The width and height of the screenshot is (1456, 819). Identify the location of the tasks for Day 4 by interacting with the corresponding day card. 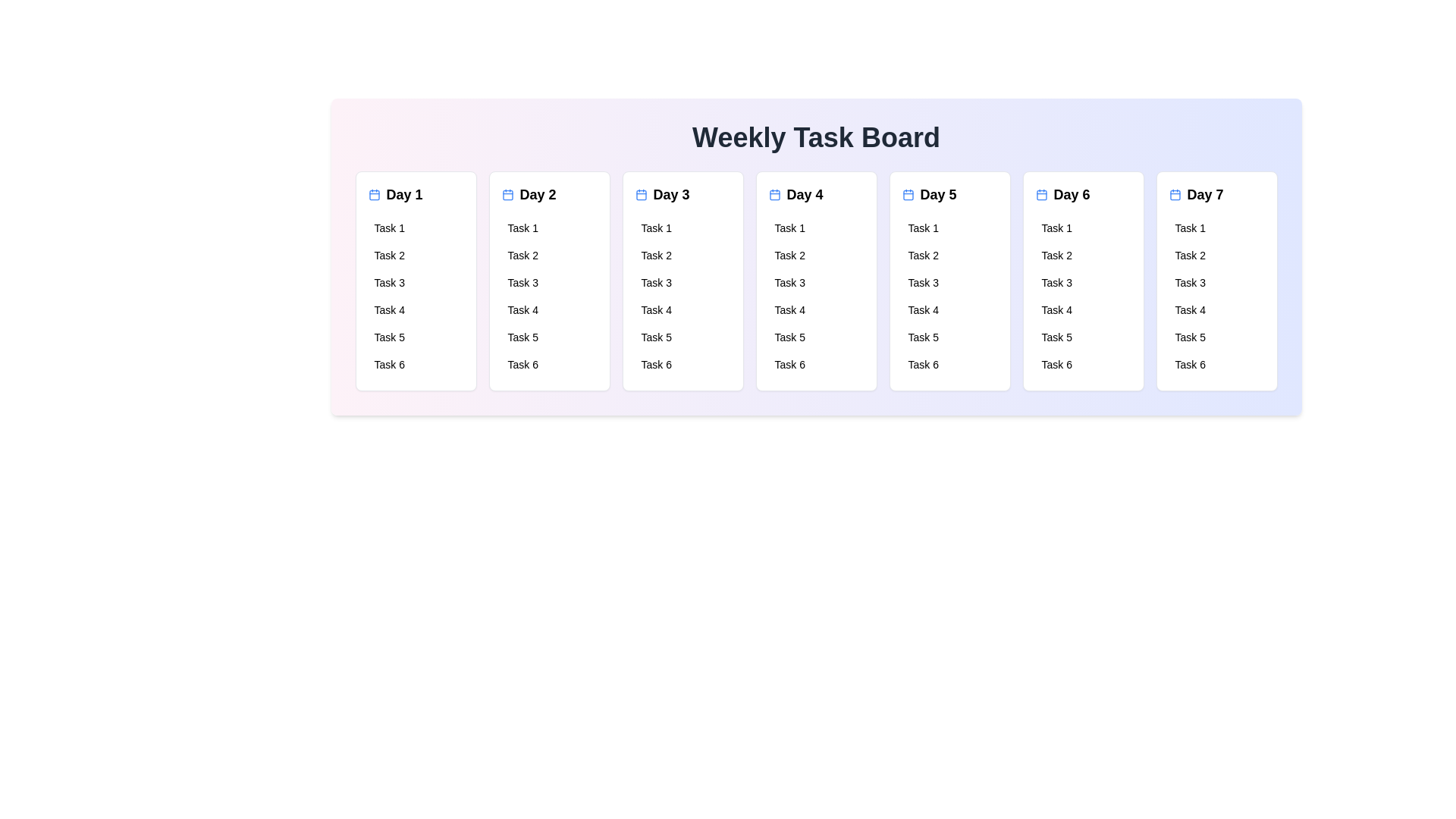
(815, 281).